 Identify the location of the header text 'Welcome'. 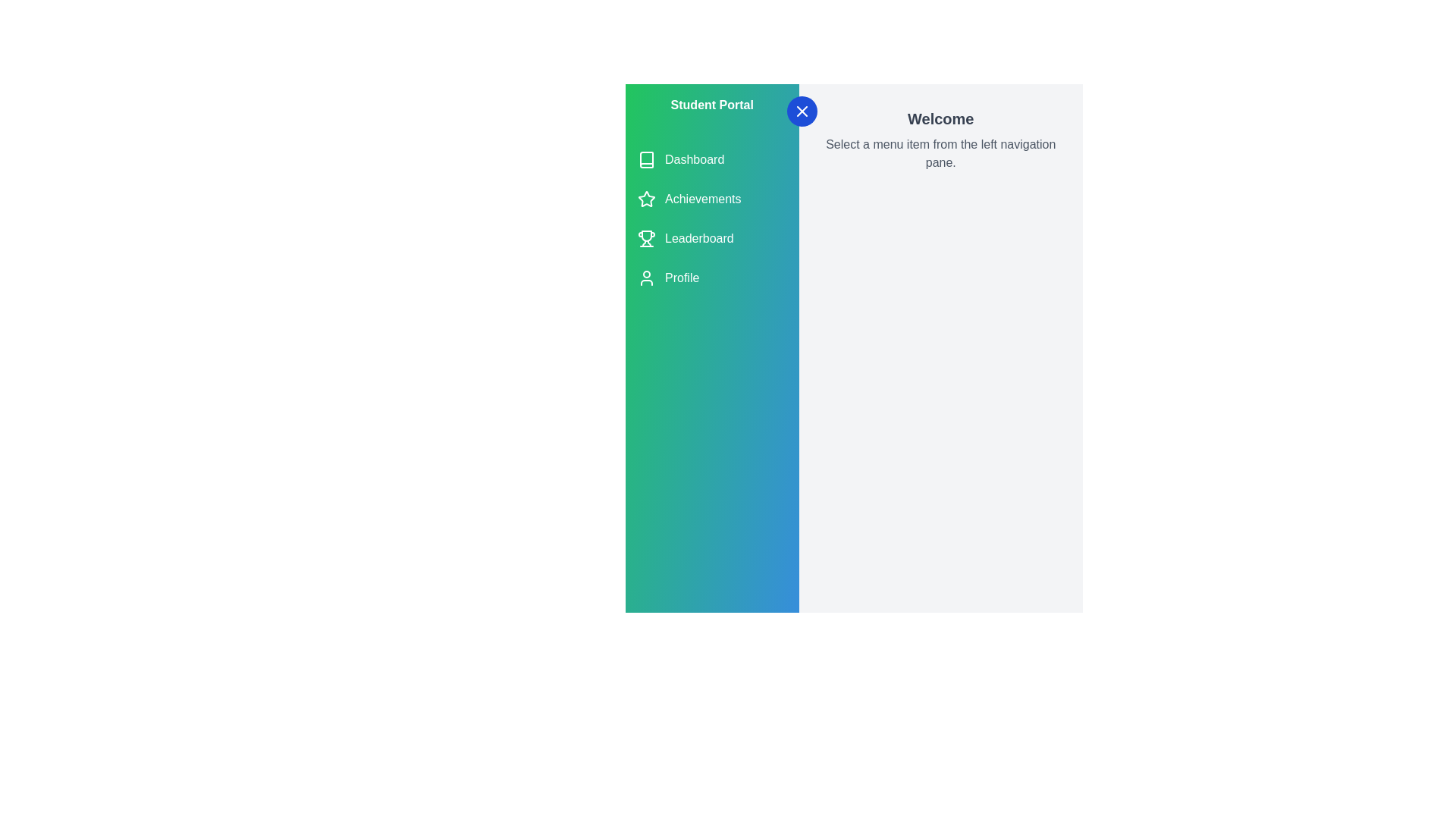
(940, 118).